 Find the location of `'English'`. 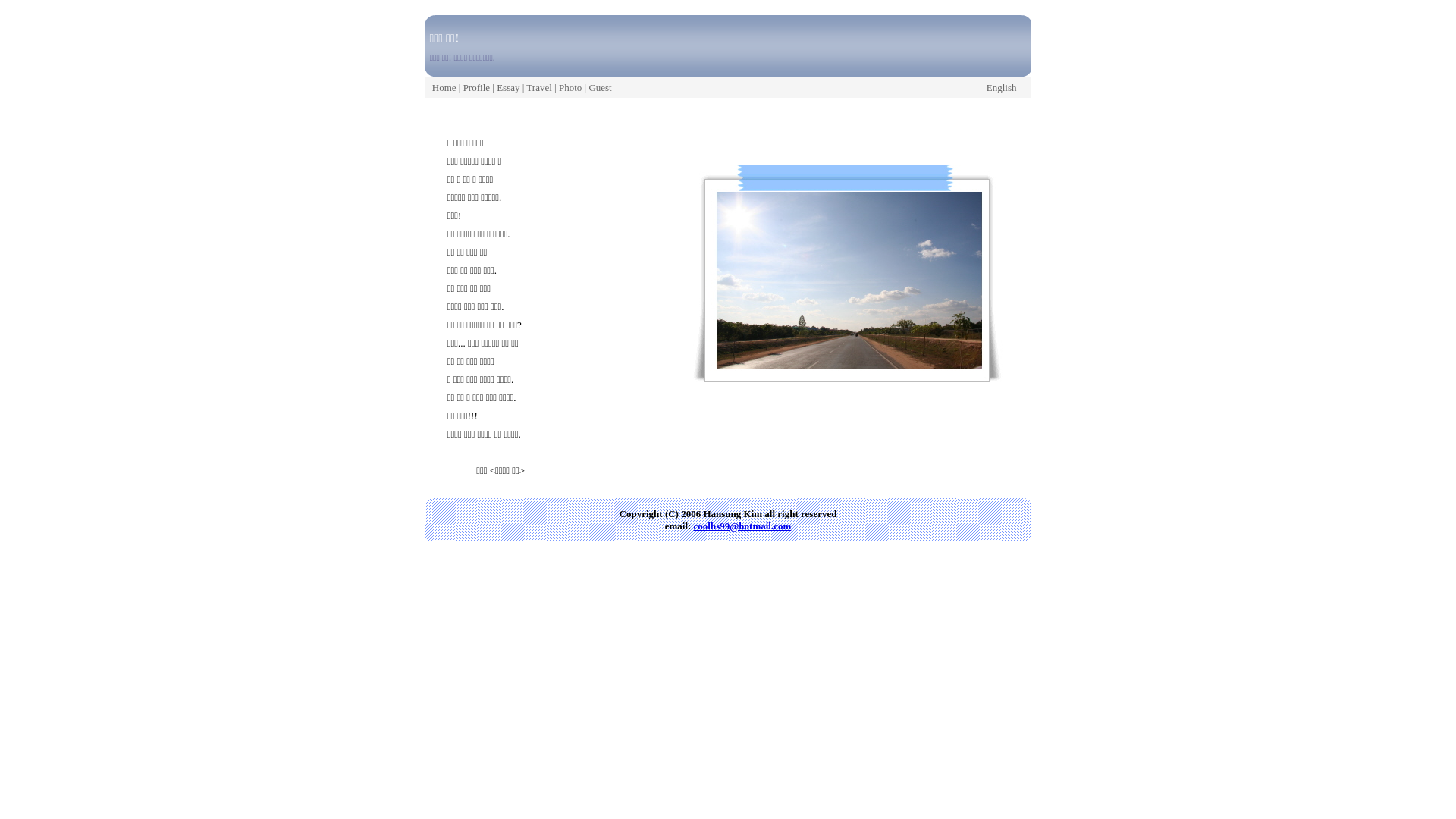

'English' is located at coordinates (986, 87).